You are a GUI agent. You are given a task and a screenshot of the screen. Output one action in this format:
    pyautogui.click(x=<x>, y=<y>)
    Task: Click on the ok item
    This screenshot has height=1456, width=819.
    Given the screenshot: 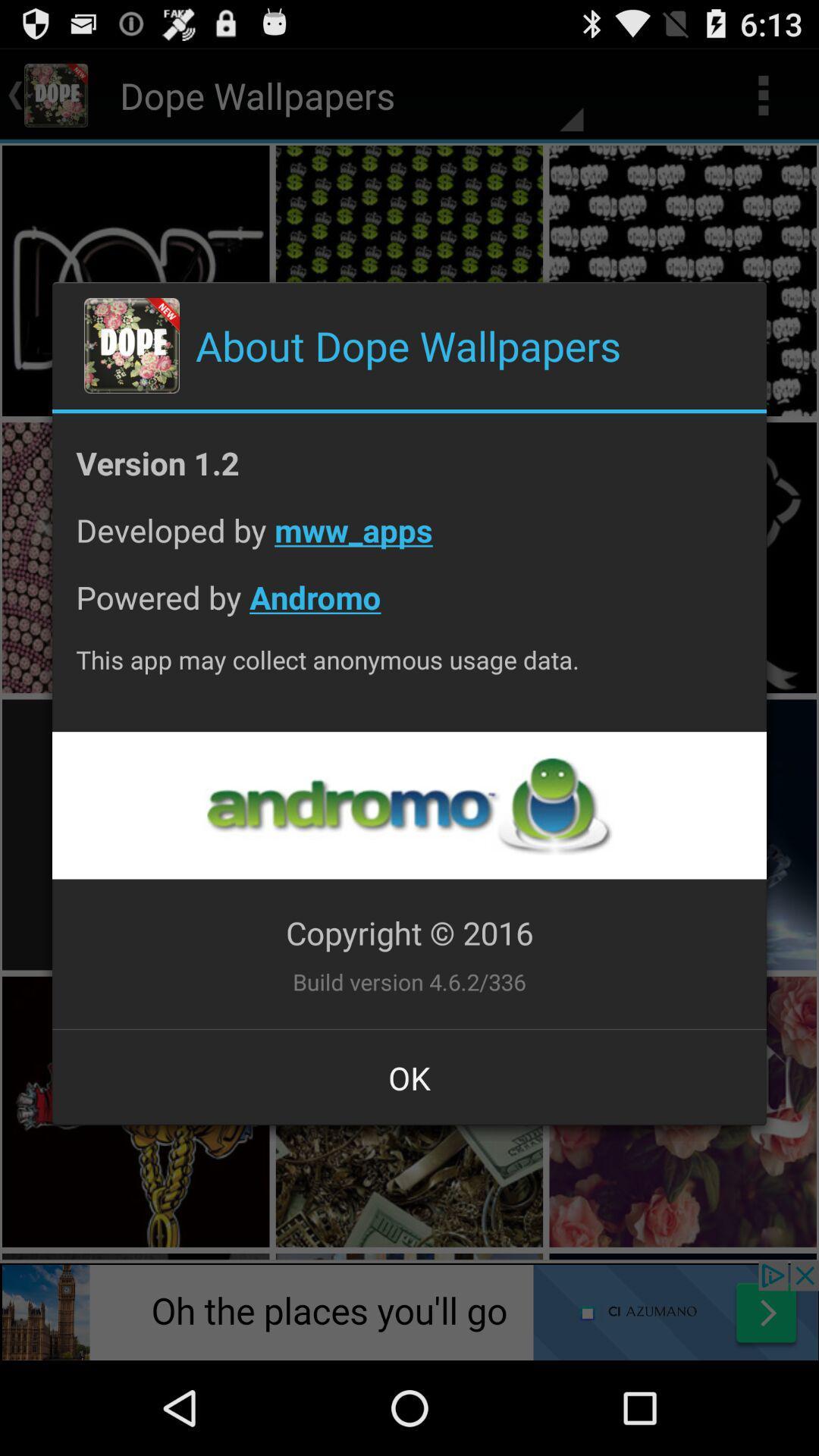 What is the action you would take?
    pyautogui.click(x=409, y=1077)
    